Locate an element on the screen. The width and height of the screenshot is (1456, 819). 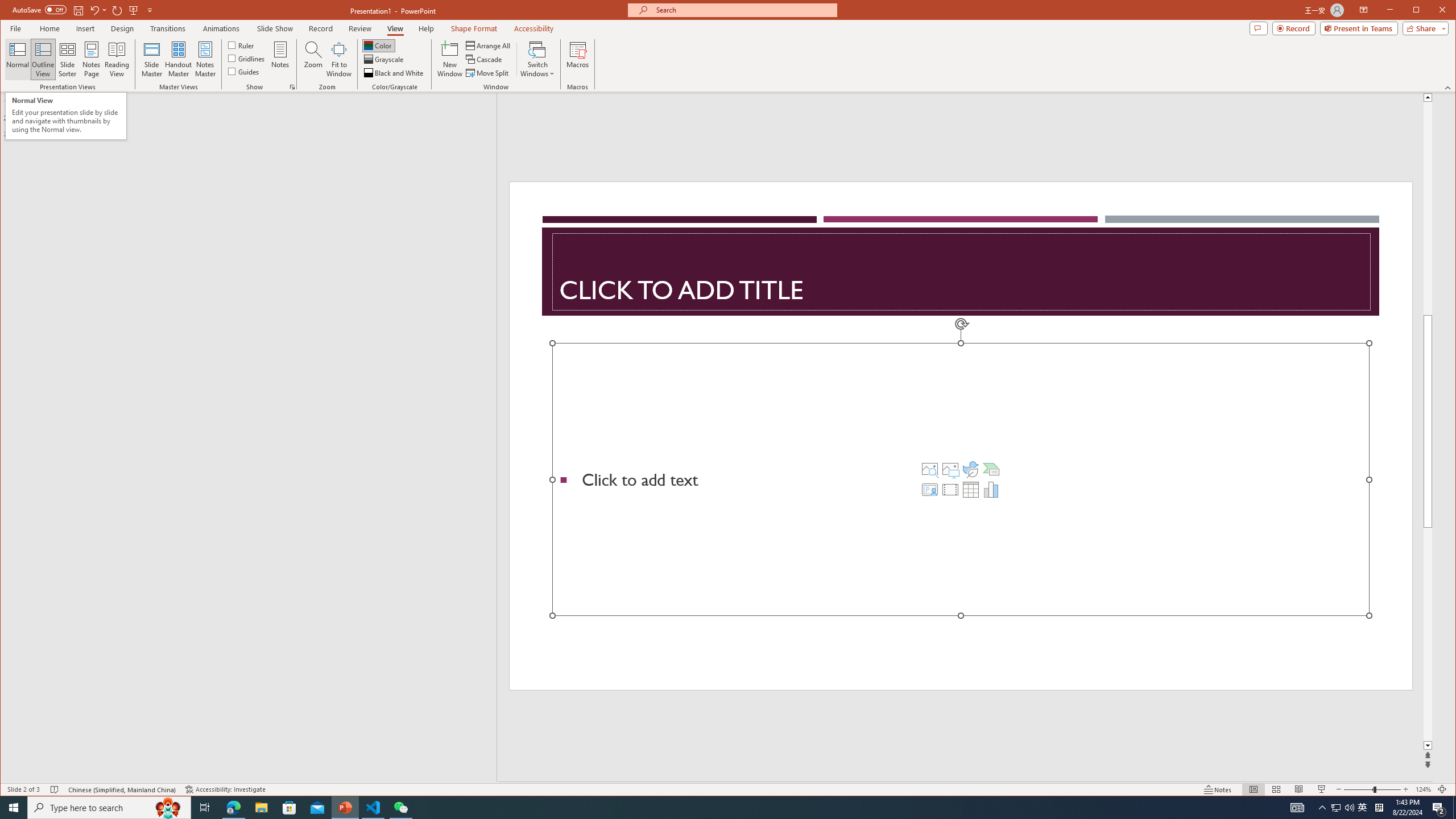
'Macros' is located at coordinates (577, 59).